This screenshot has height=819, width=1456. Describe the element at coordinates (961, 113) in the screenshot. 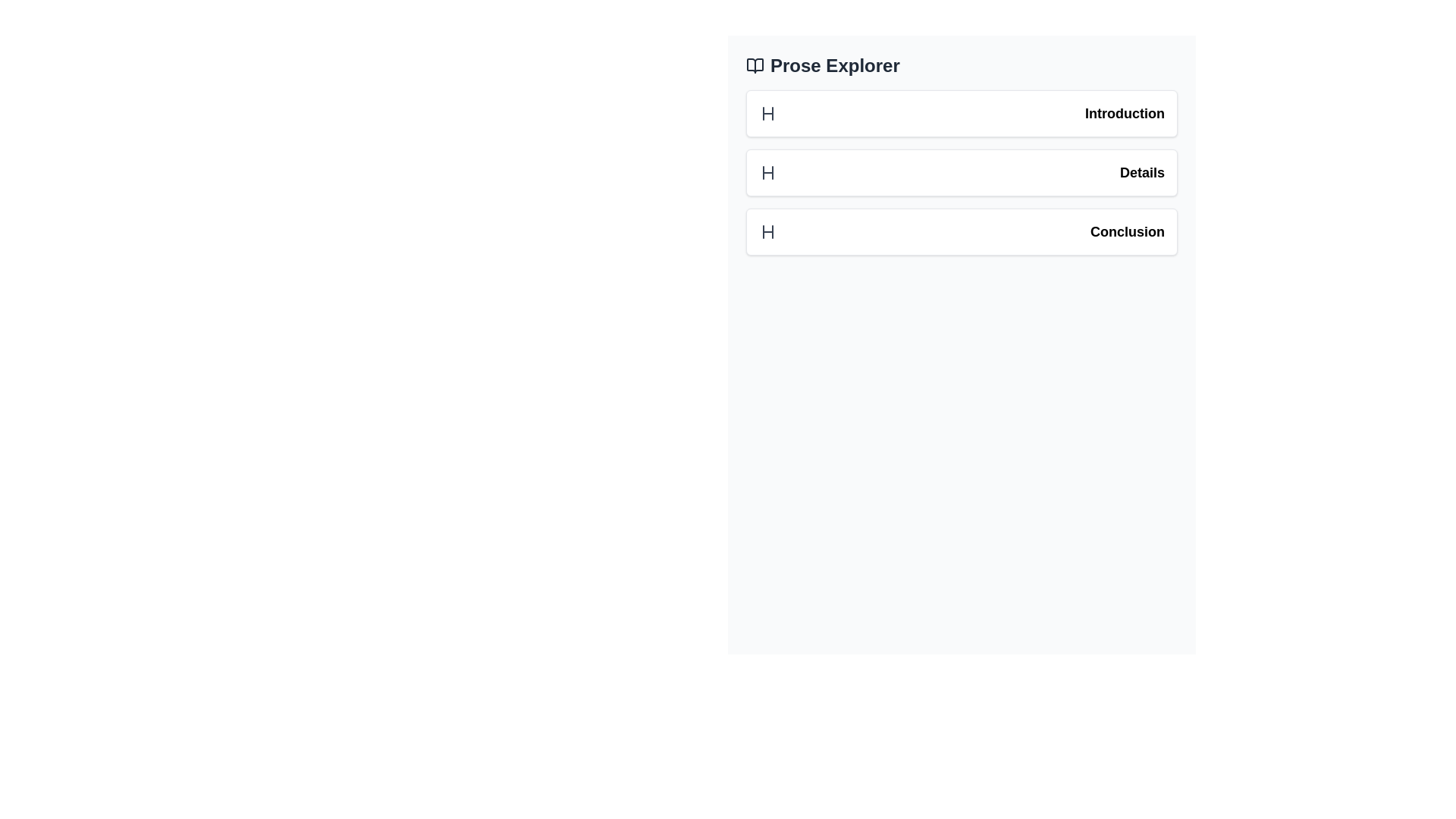

I see `the topmost clickable list item that expands the 'Introduction' section, located above the 'Details' and 'Conclusion' rows` at that location.